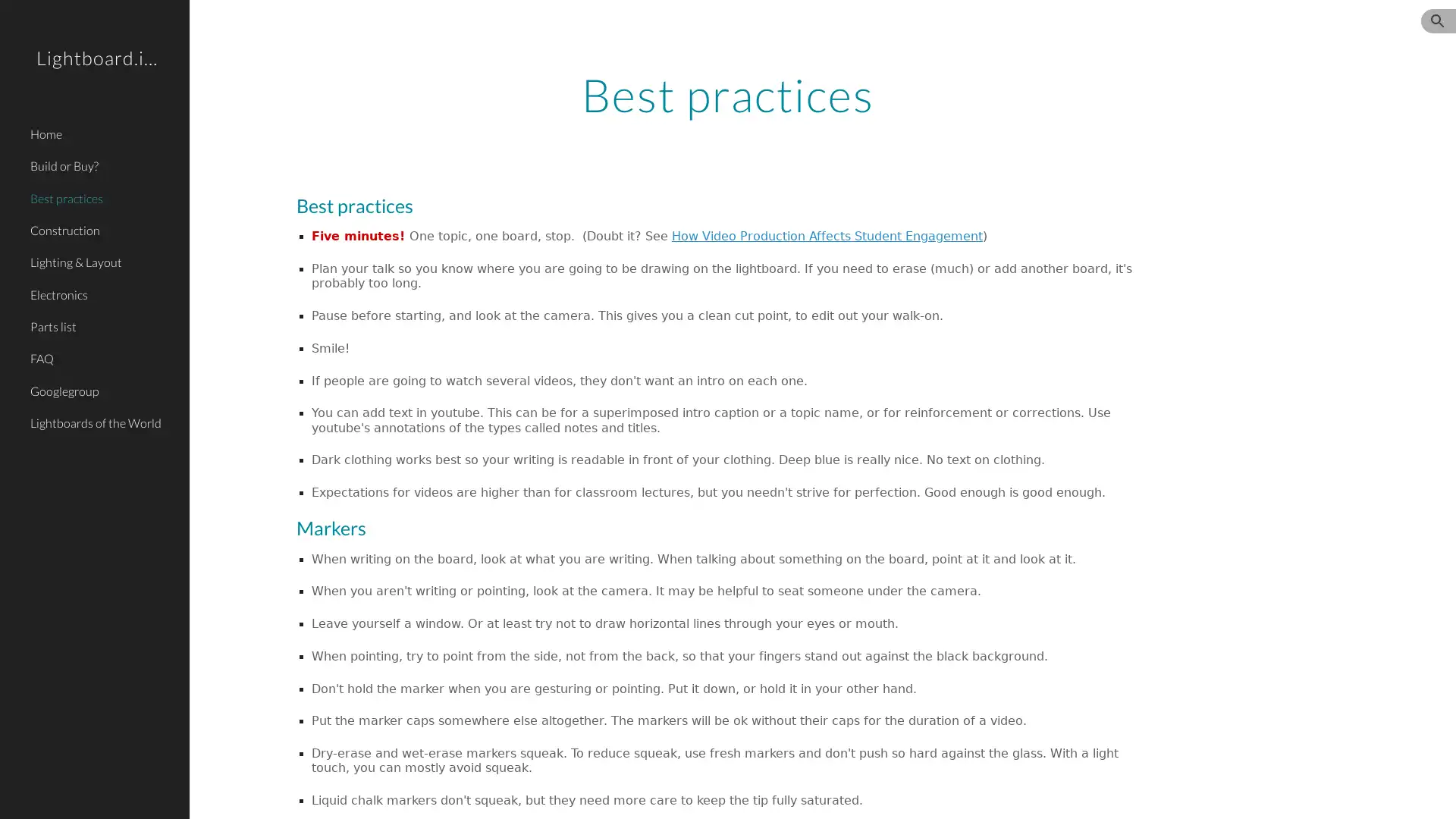 The height and width of the screenshot is (819, 1456). Describe the element at coordinates (216, 792) in the screenshot. I see `Site actions` at that location.